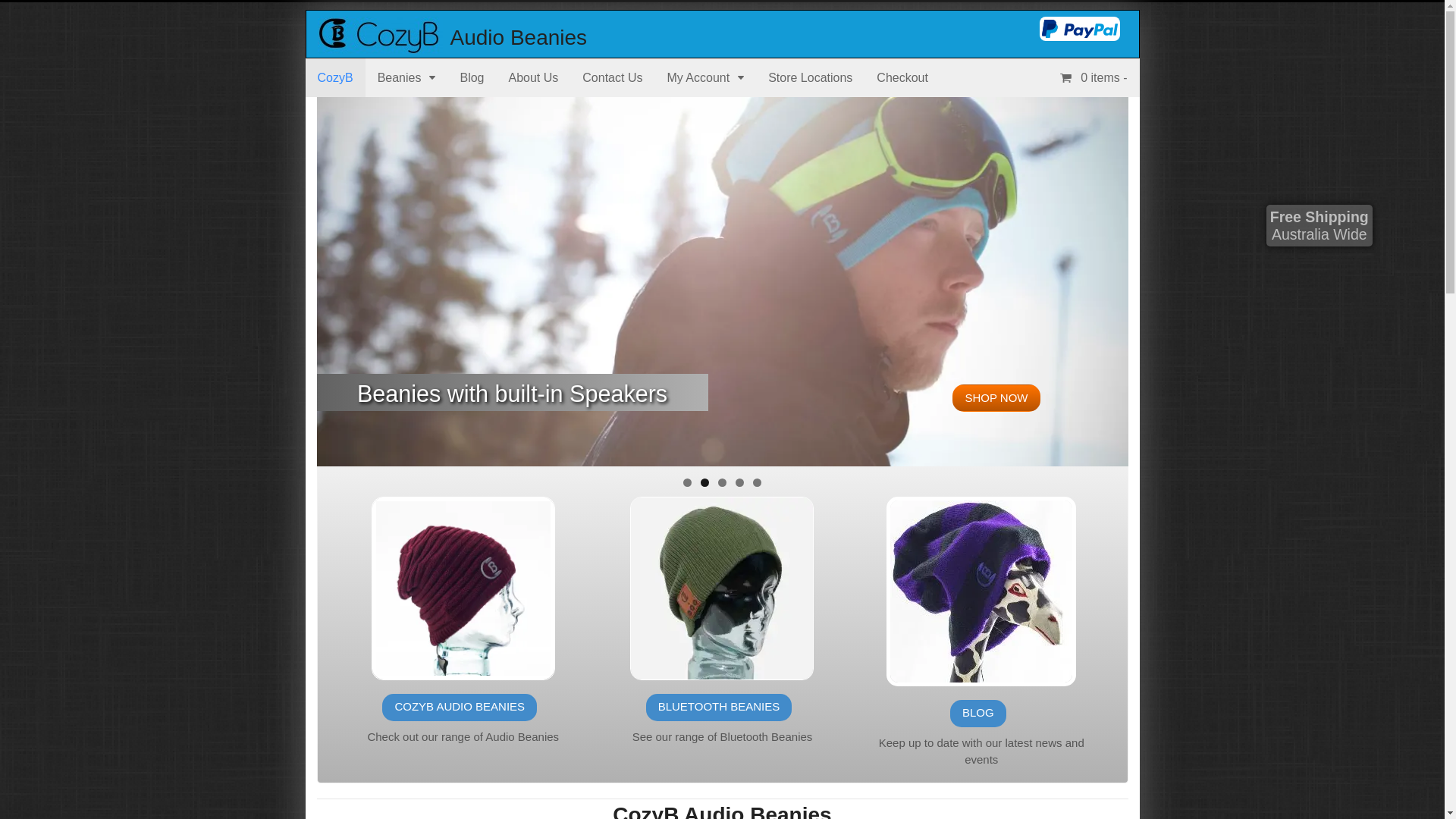 This screenshot has width=1456, height=819. I want to click on 'Blog', so click(471, 77).